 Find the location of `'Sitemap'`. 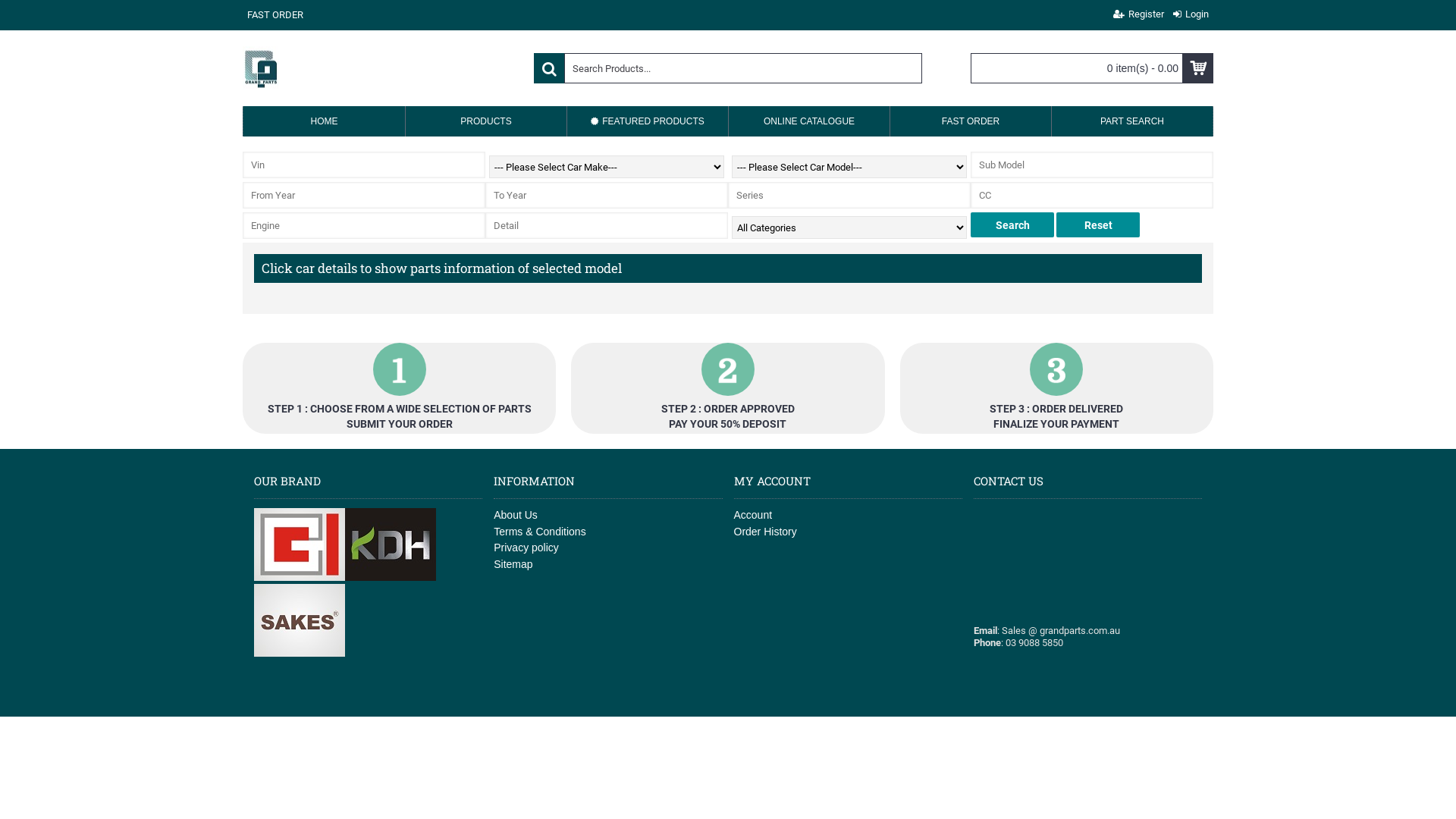

'Sitemap' is located at coordinates (494, 564).